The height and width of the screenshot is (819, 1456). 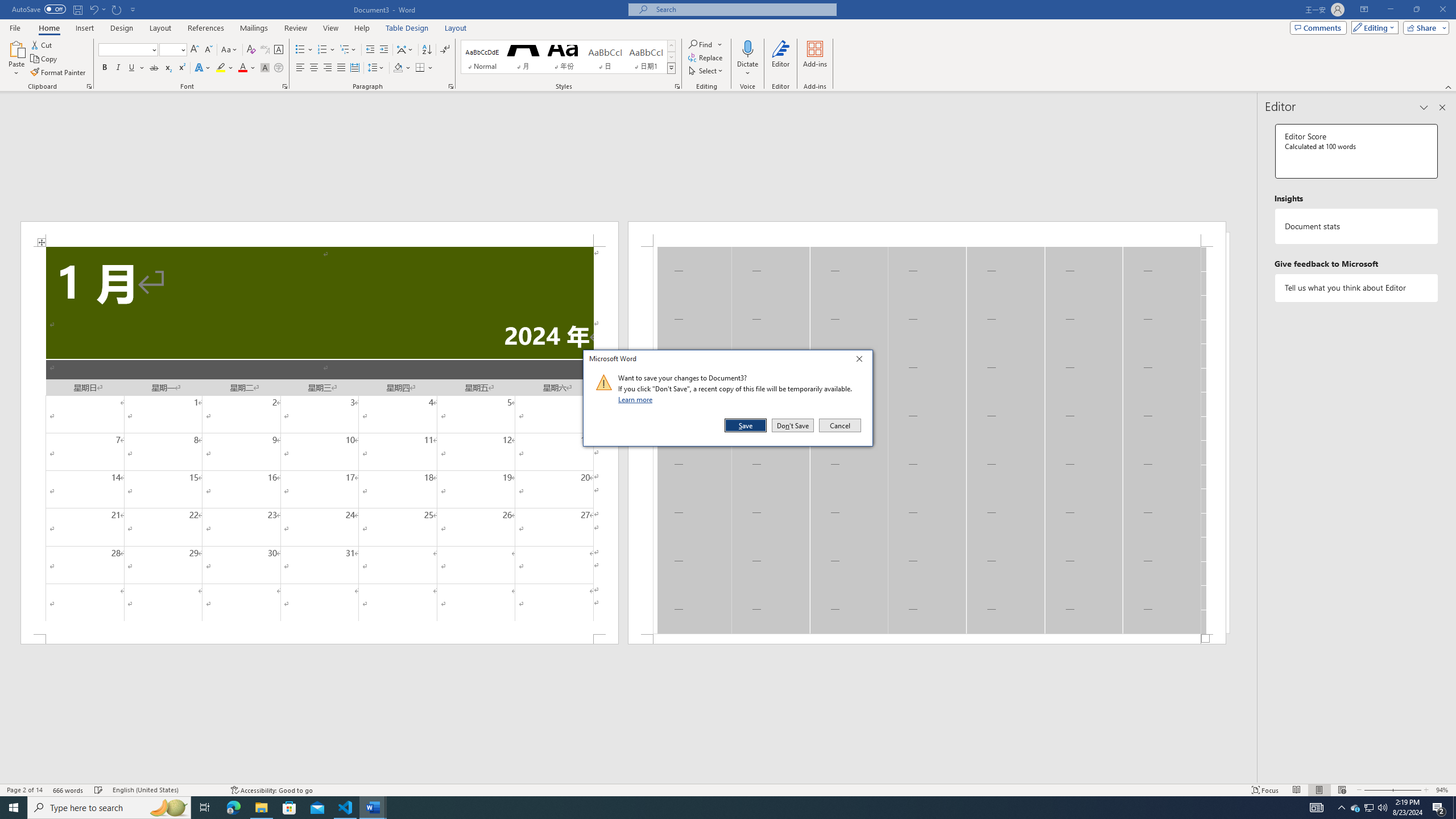 What do you see at coordinates (225, 67) in the screenshot?
I see `'Text Highlight Color'` at bounding box center [225, 67].